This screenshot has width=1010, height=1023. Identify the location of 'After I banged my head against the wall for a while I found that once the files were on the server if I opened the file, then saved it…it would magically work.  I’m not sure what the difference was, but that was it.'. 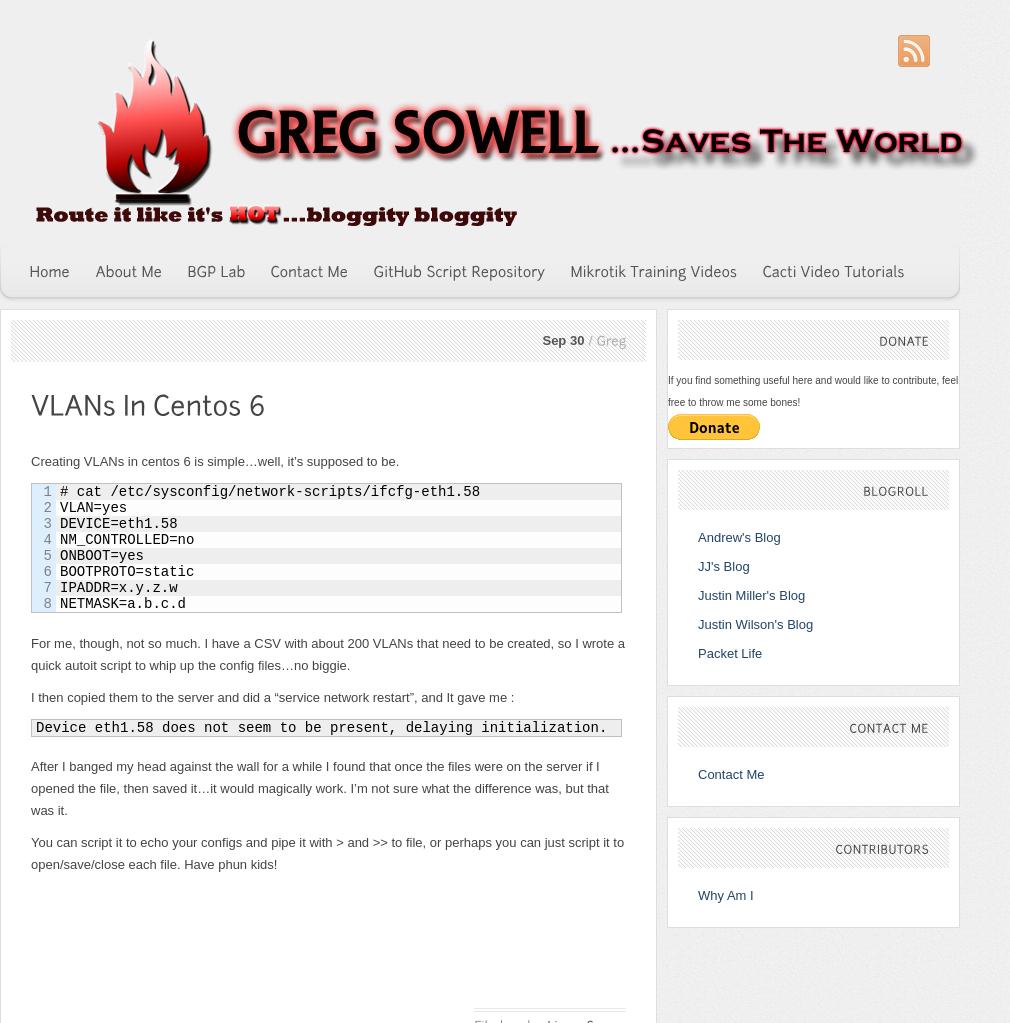
(319, 788).